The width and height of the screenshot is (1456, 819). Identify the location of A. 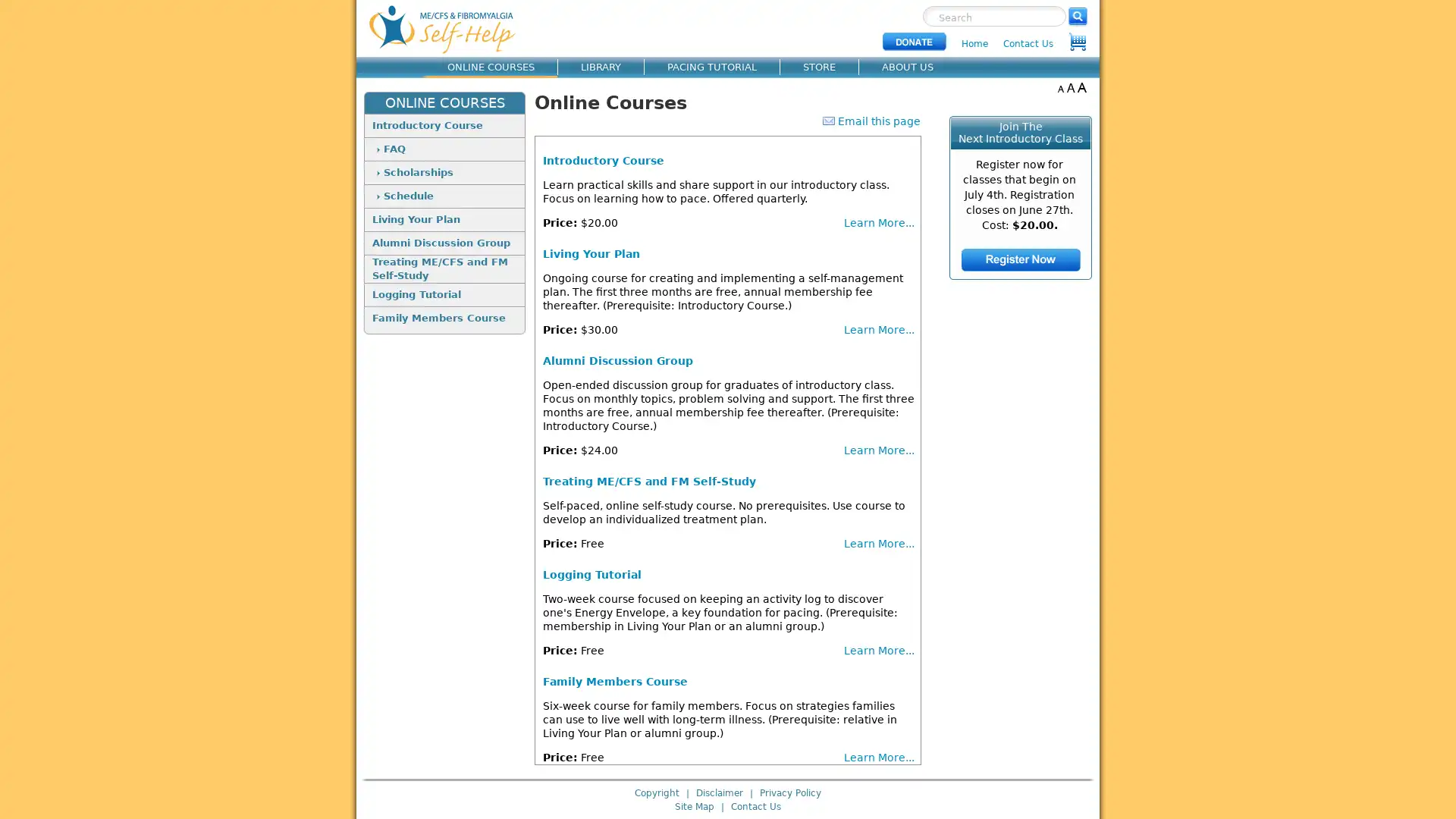
(1059, 87).